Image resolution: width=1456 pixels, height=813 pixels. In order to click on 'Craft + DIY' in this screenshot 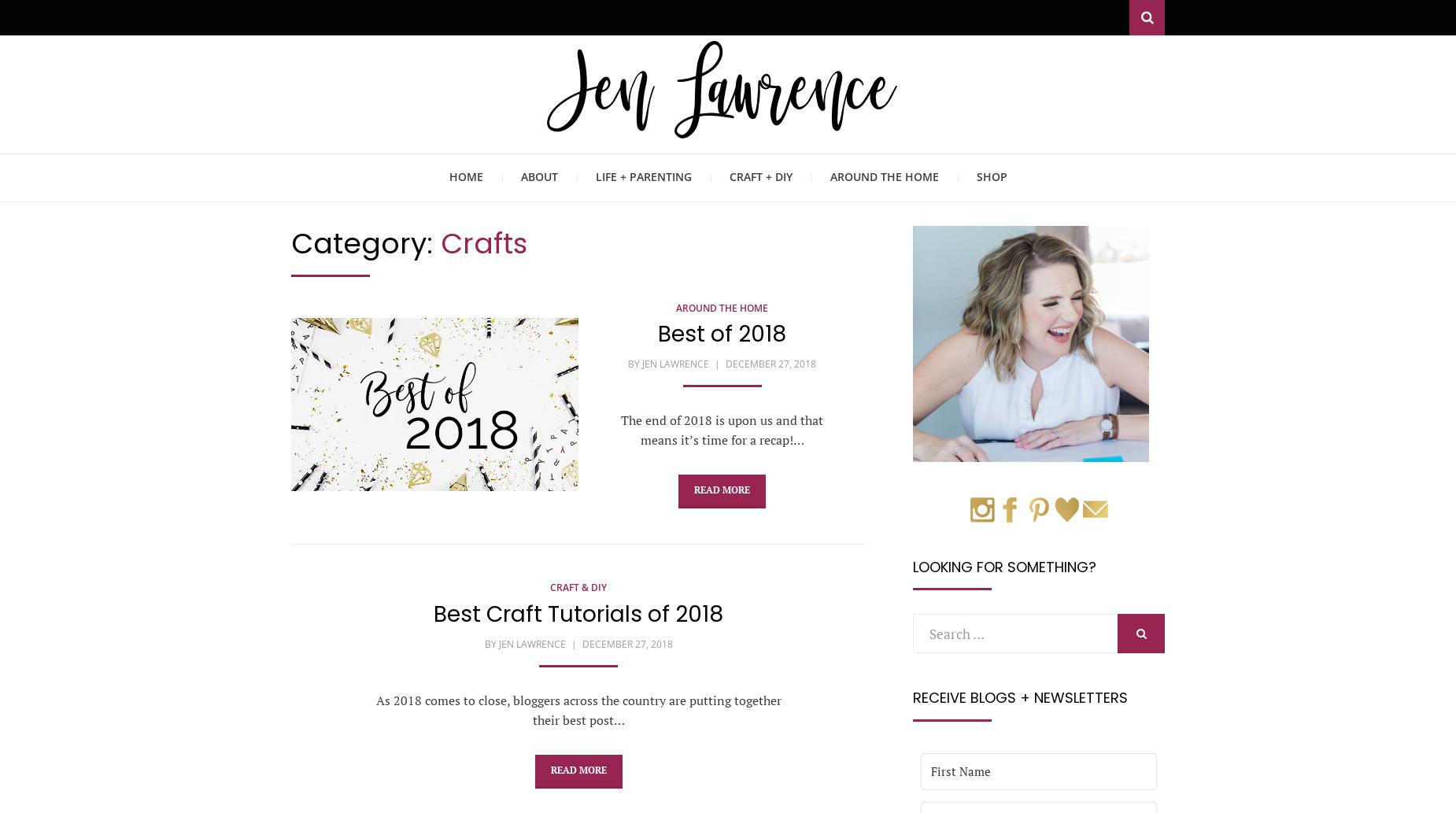, I will do `click(759, 176)`.